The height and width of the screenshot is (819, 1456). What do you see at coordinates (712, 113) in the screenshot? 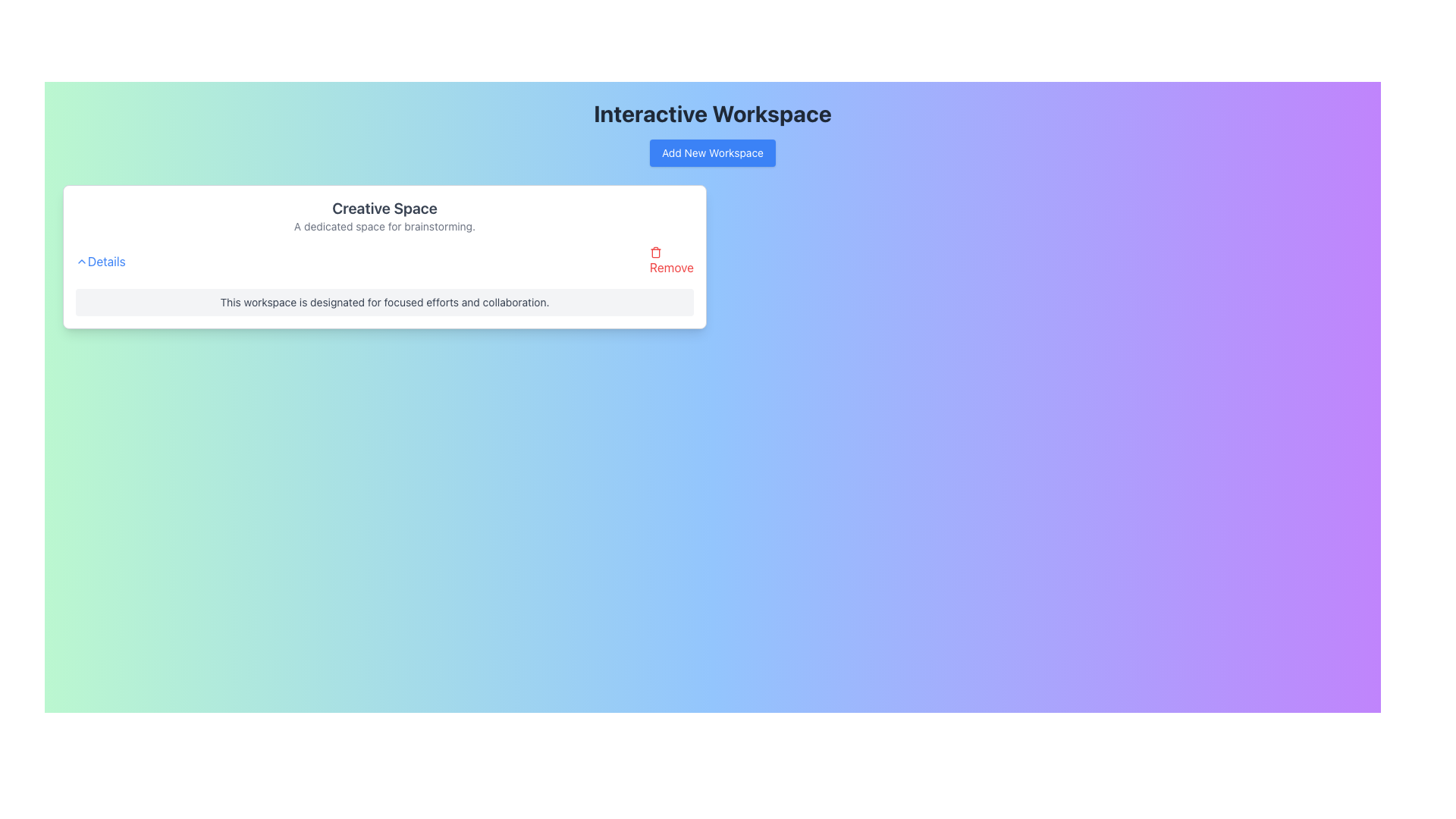
I see `the static text header located at the top of the page, which is horizontally centered and sits above the 'Add New Workspace' button` at bounding box center [712, 113].